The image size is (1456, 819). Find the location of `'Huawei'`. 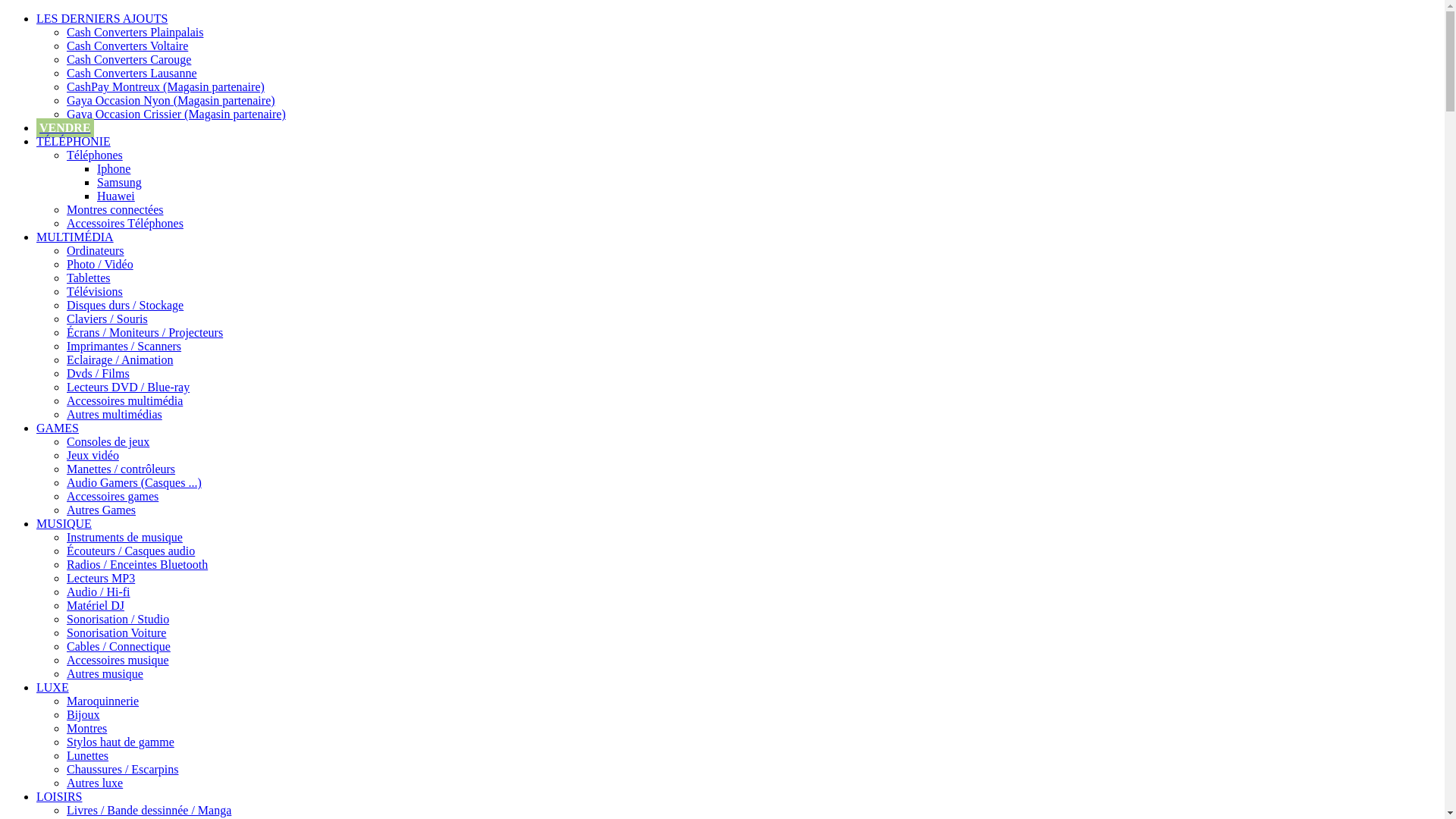

'Huawei' is located at coordinates (115, 195).